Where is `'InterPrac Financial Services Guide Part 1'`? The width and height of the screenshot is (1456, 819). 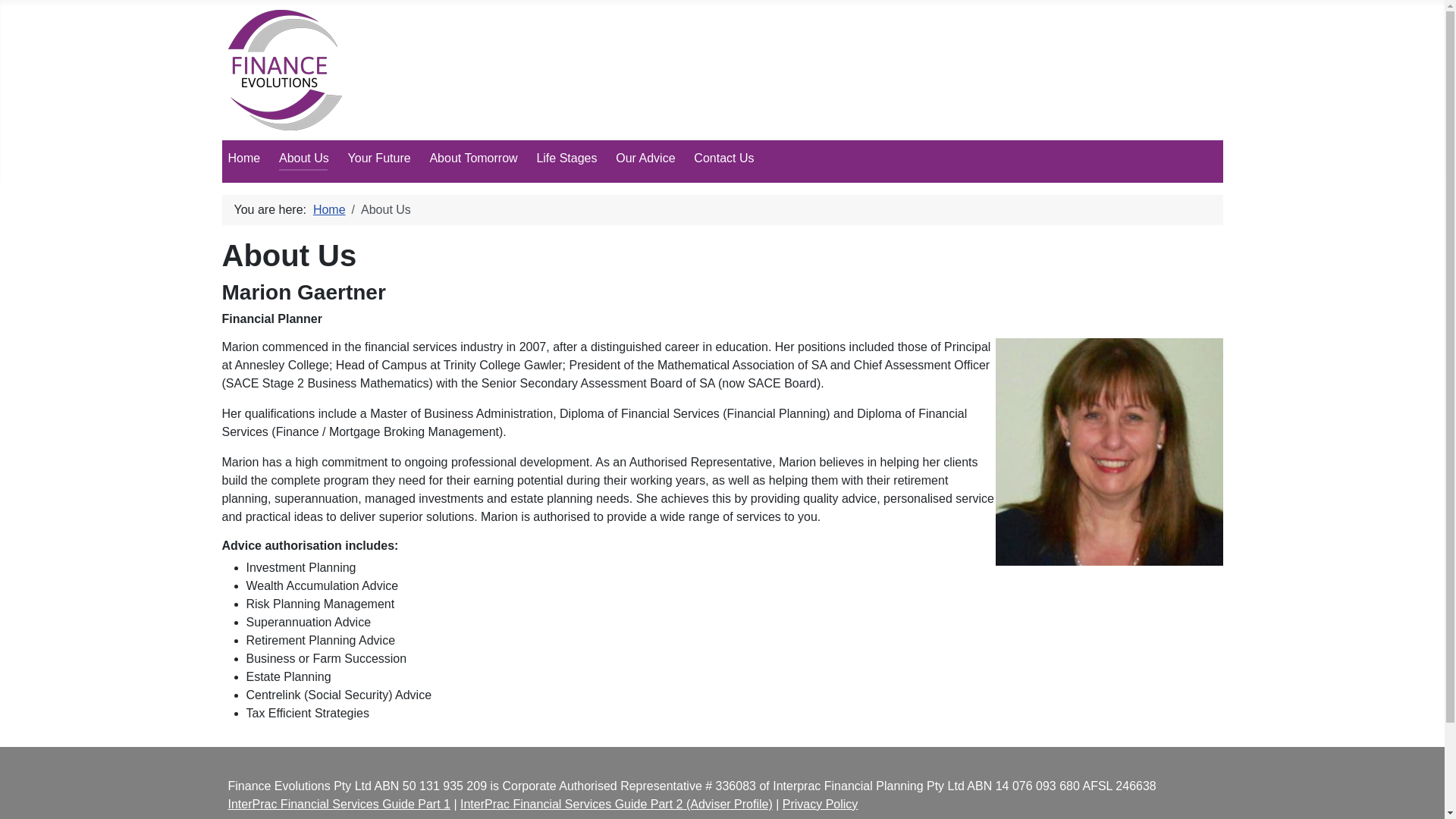
'InterPrac Financial Services Guide Part 1' is located at coordinates (337, 803).